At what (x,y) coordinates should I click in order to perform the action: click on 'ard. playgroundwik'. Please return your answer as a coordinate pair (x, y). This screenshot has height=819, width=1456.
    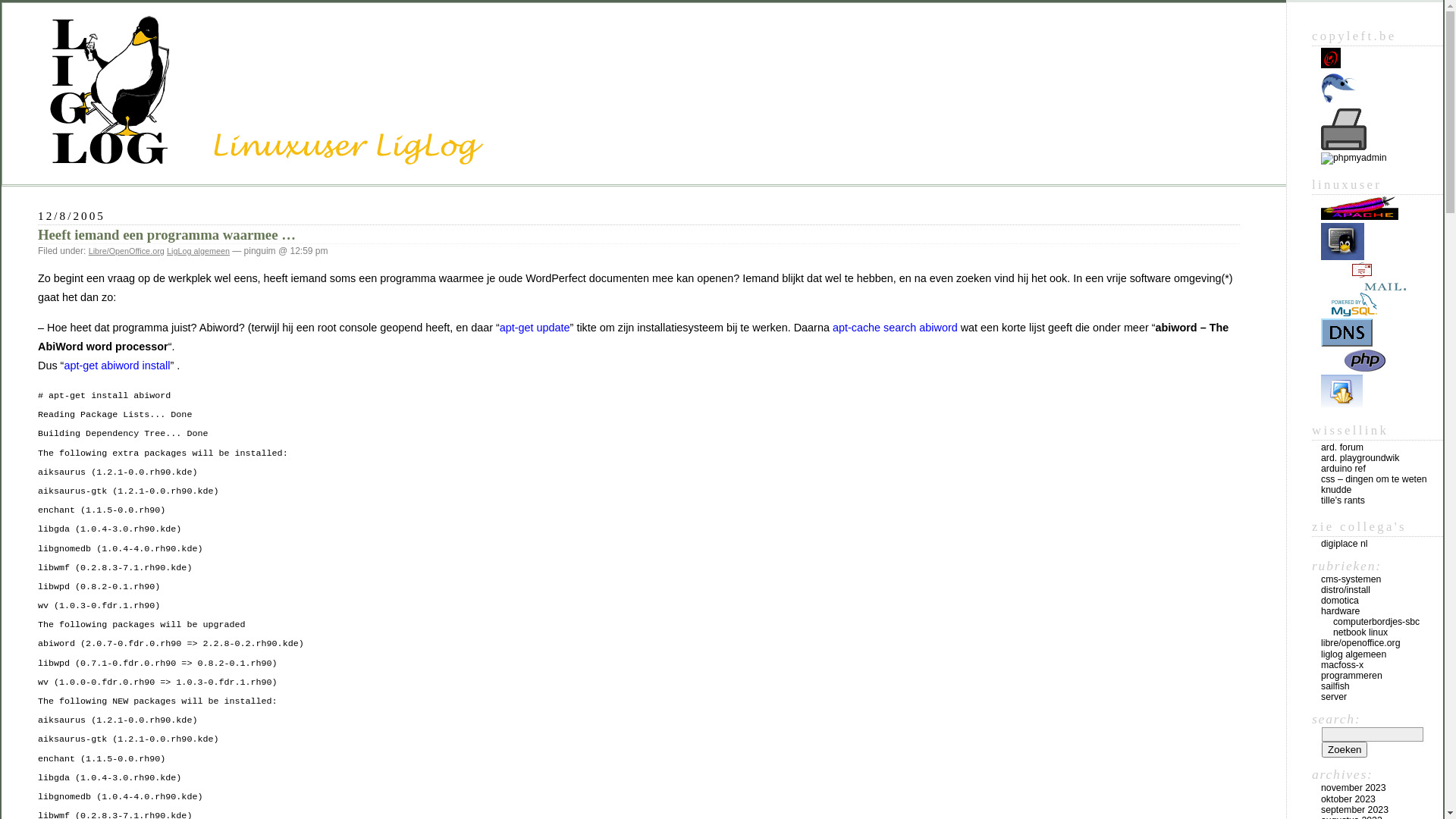
    Looking at the image, I should click on (1360, 457).